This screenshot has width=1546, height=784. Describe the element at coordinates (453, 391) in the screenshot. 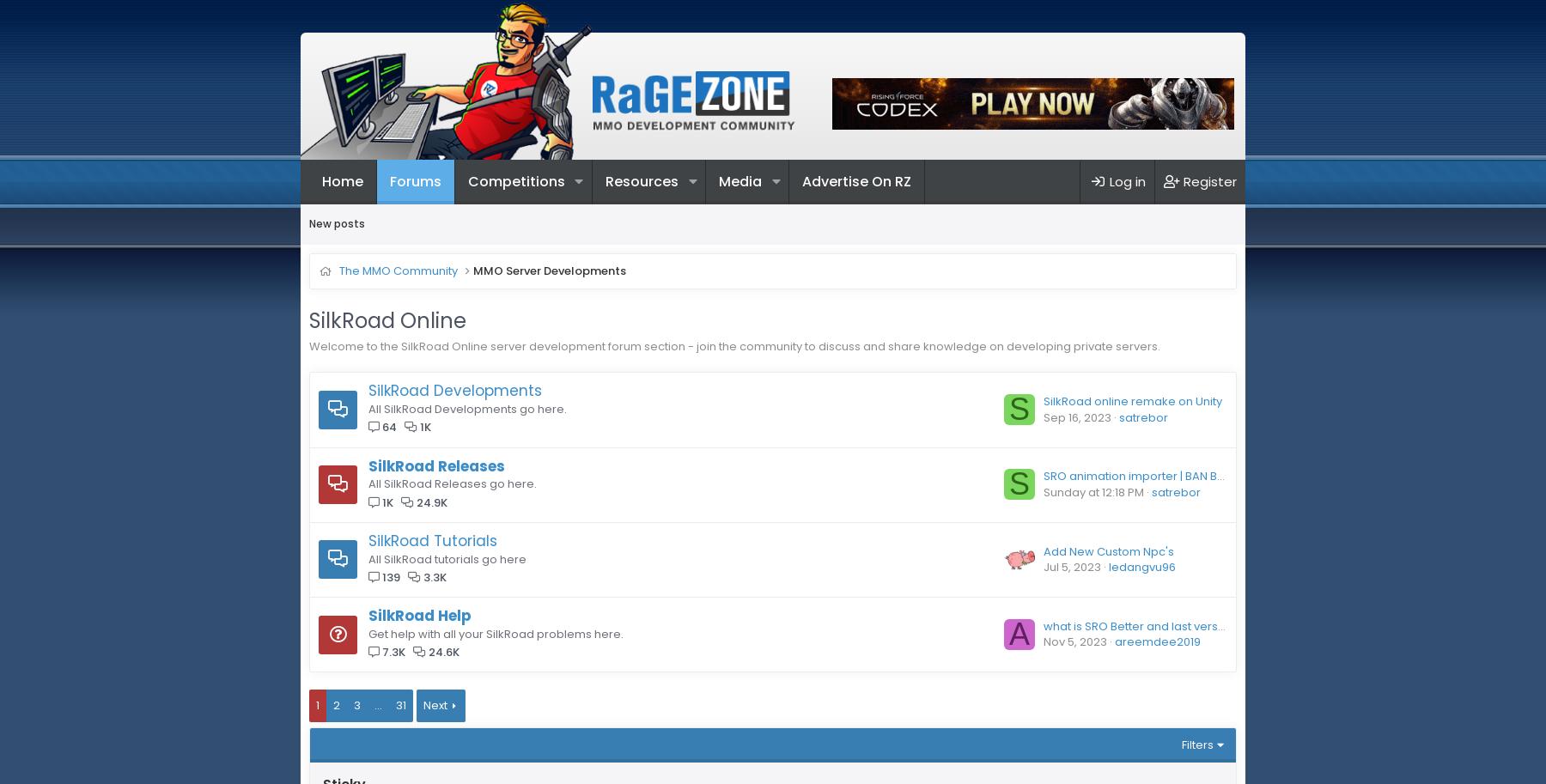

I see `'SilkRoad Developments'` at that location.